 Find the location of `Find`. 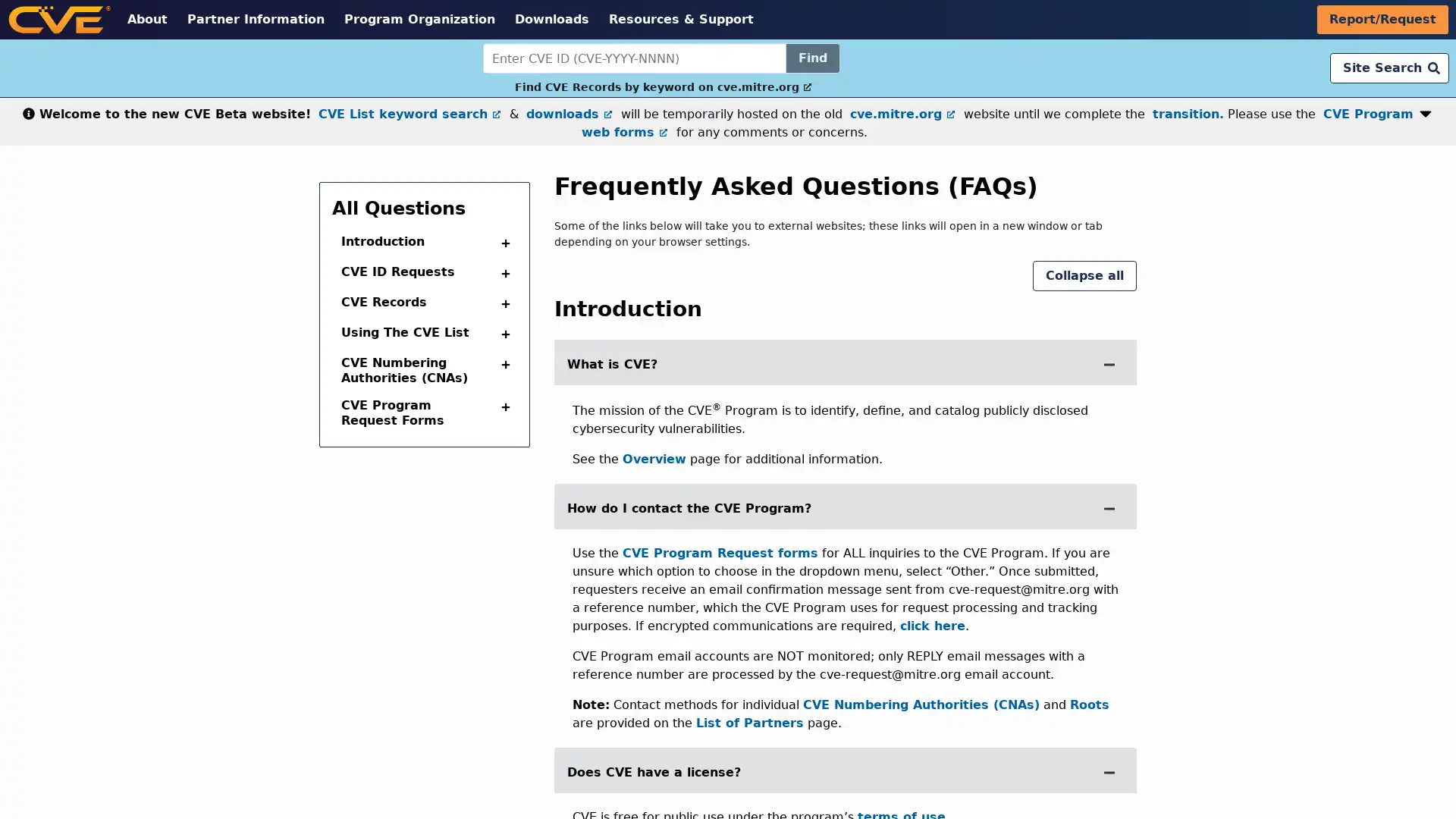

Find is located at coordinates (811, 58).